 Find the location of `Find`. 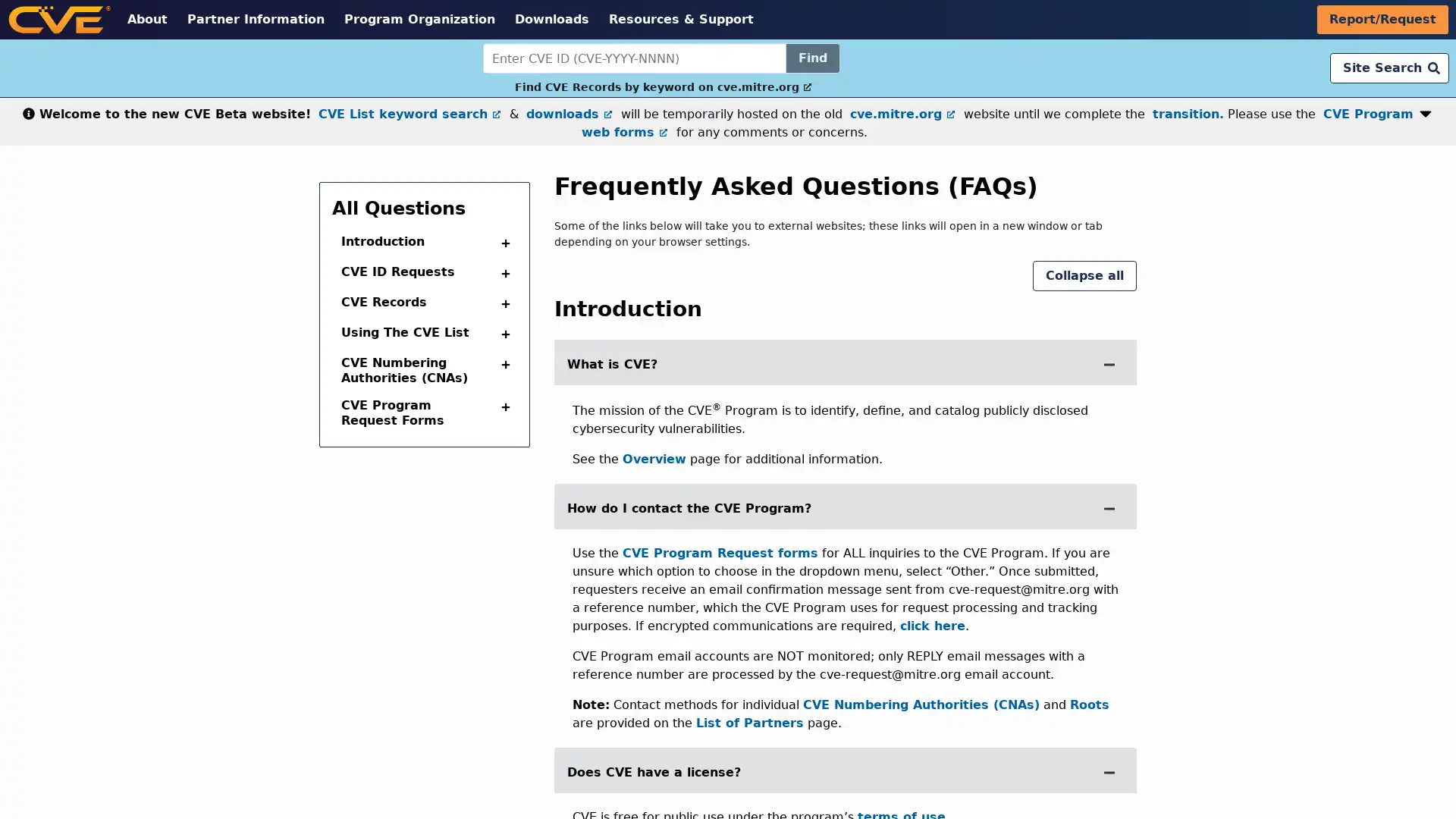

Find is located at coordinates (811, 58).